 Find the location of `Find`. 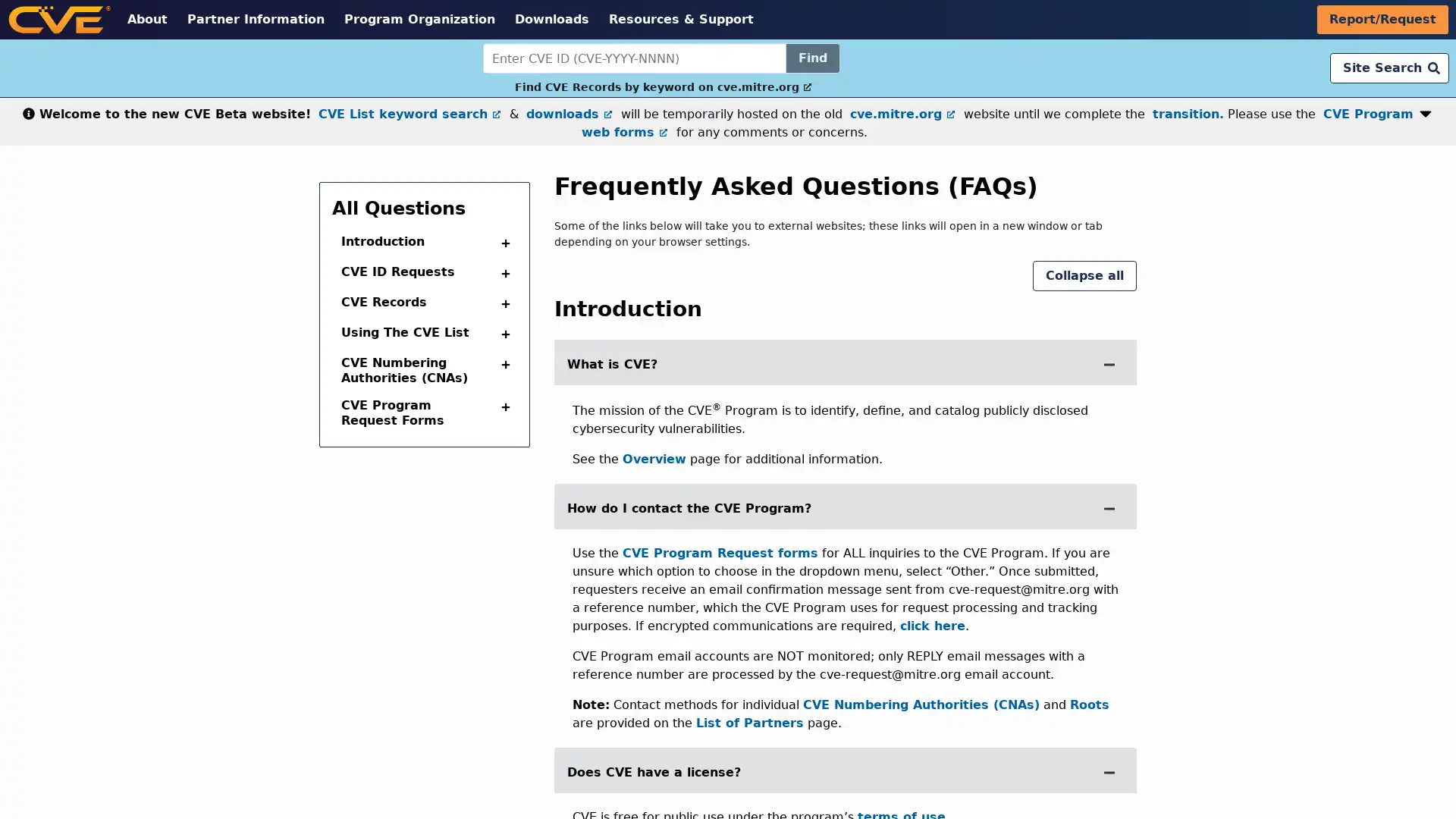

Find is located at coordinates (811, 58).